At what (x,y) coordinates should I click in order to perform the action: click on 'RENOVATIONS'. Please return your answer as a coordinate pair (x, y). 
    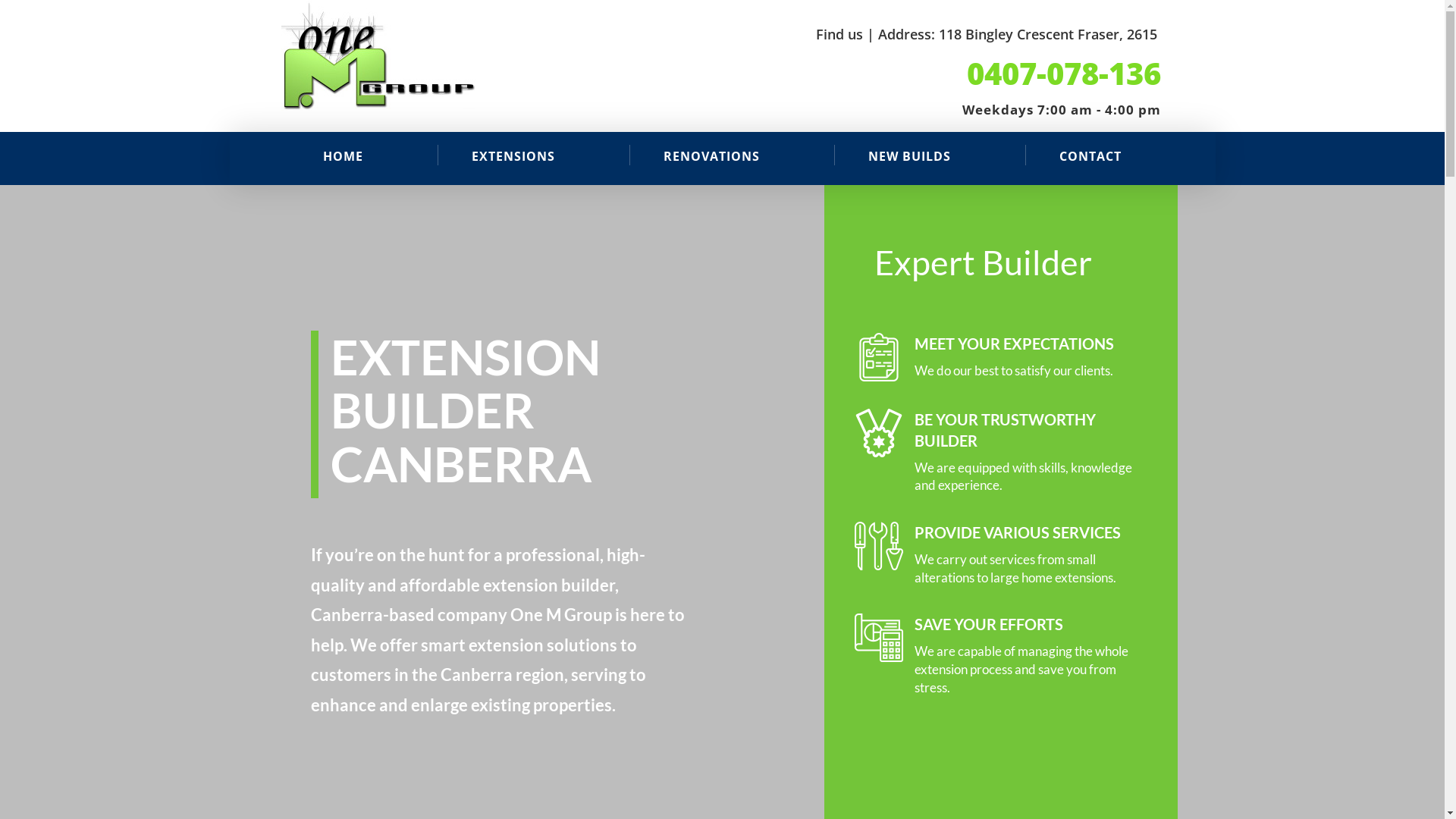
    Looking at the image, I should click on (711, 155).